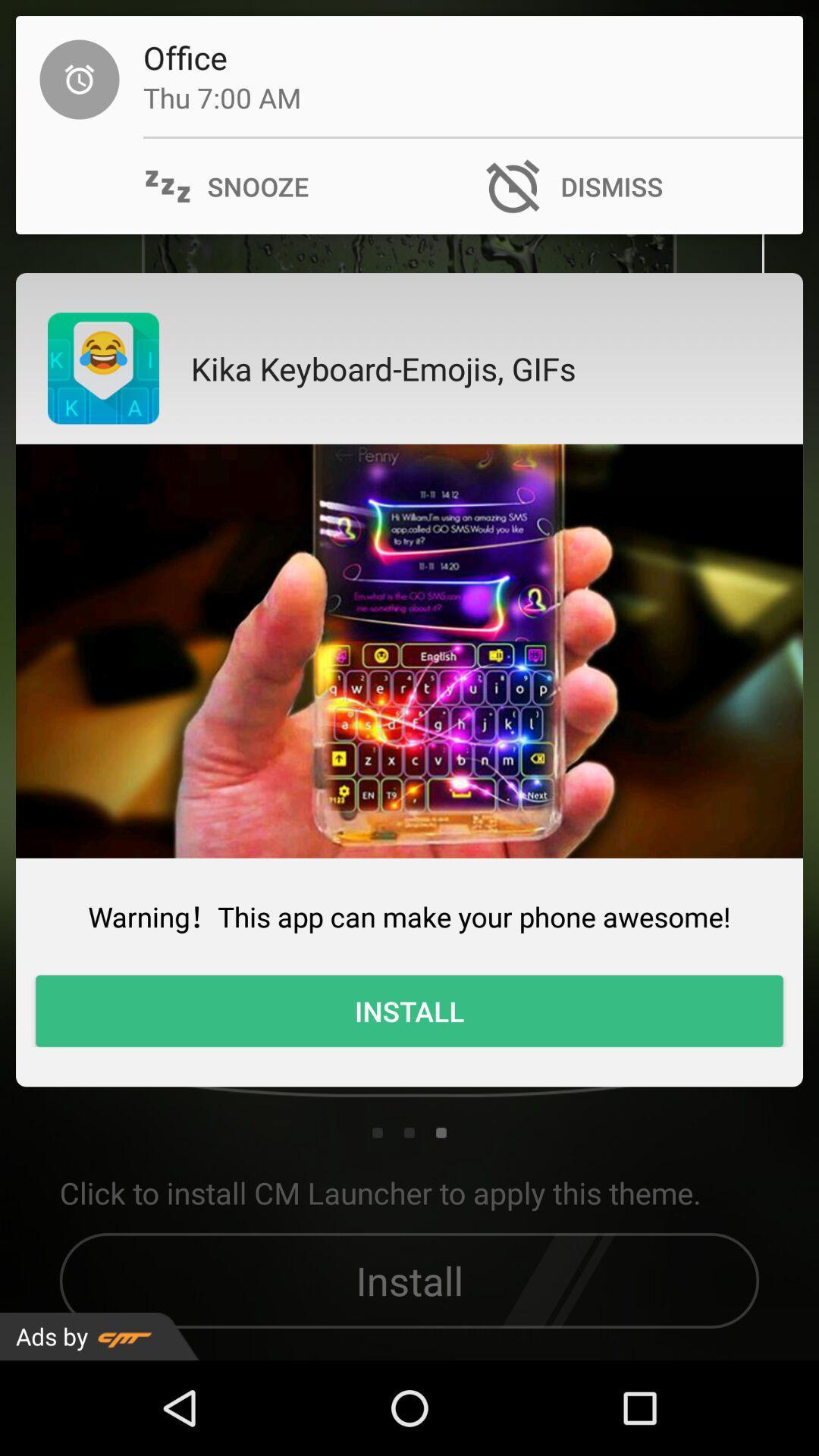  What do you see at coordinates (102, 394) in the screenshot?
I see `the emoji icon` at bounding box center [102, 394].